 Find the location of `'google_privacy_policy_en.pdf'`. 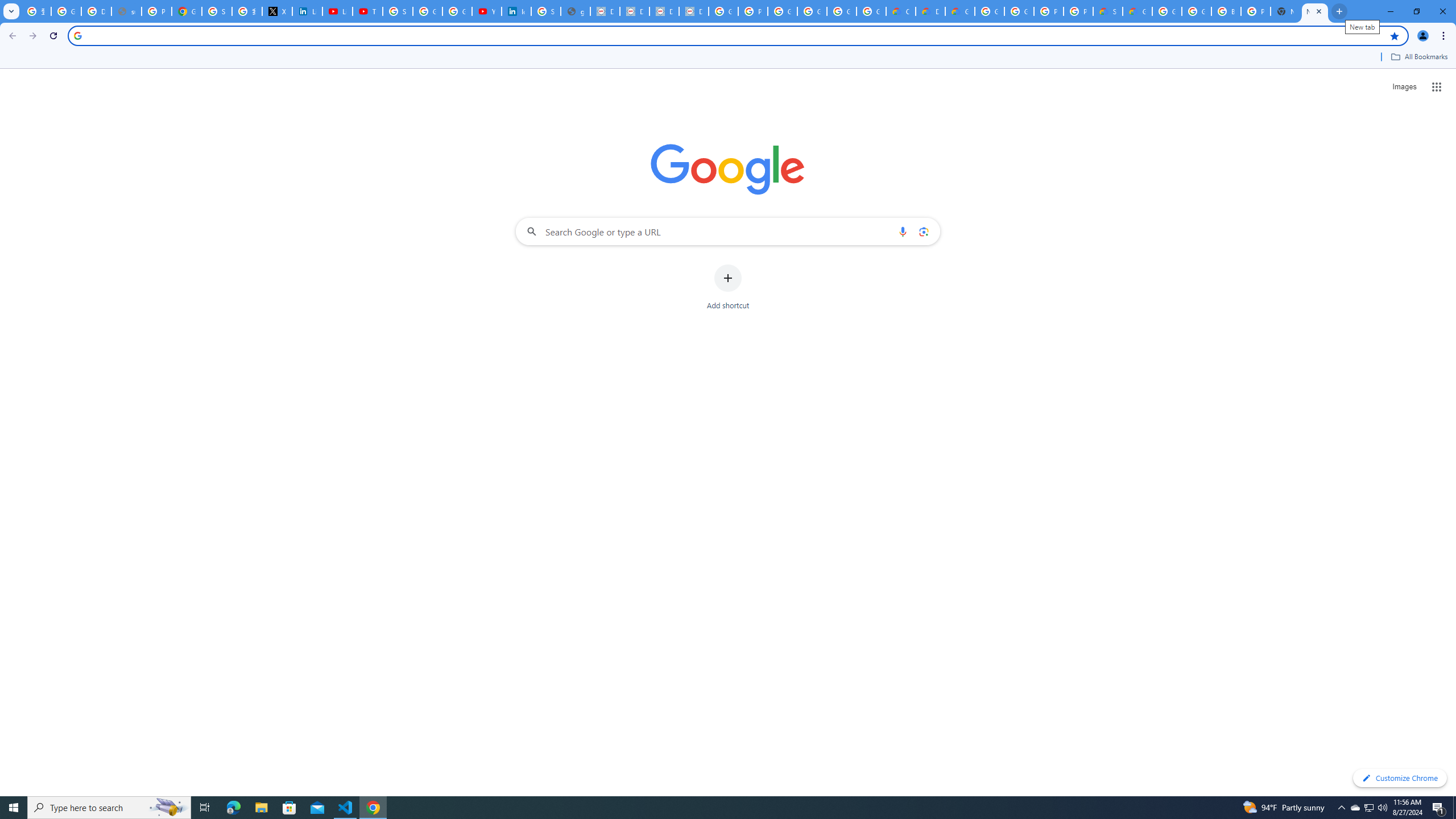

'google_privacy_policy_en.pdf' is located at coordinates (575, 11).